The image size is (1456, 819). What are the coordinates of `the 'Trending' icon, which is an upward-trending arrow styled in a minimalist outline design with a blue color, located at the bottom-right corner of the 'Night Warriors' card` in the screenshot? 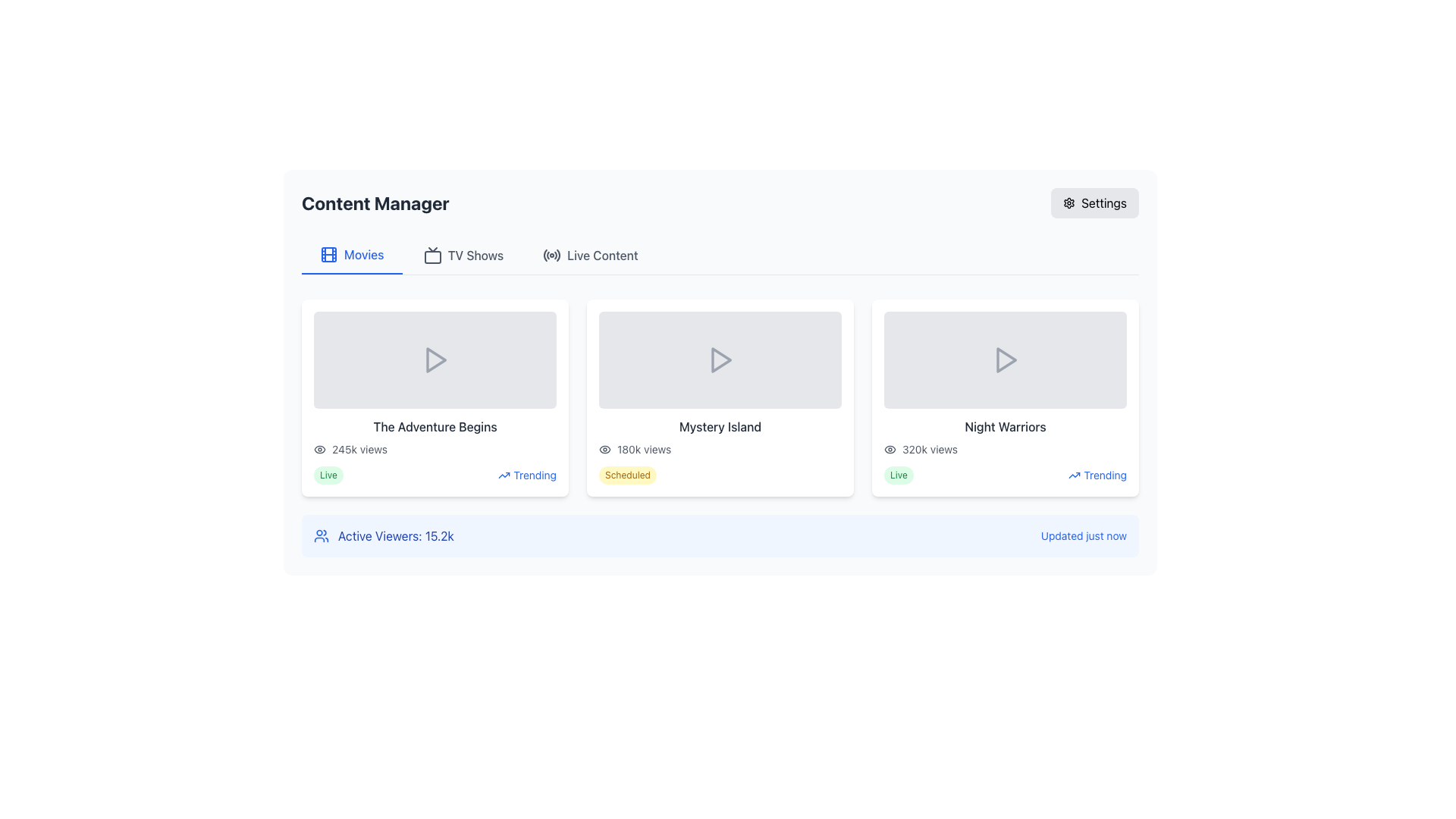 It's located at (1074, 475).